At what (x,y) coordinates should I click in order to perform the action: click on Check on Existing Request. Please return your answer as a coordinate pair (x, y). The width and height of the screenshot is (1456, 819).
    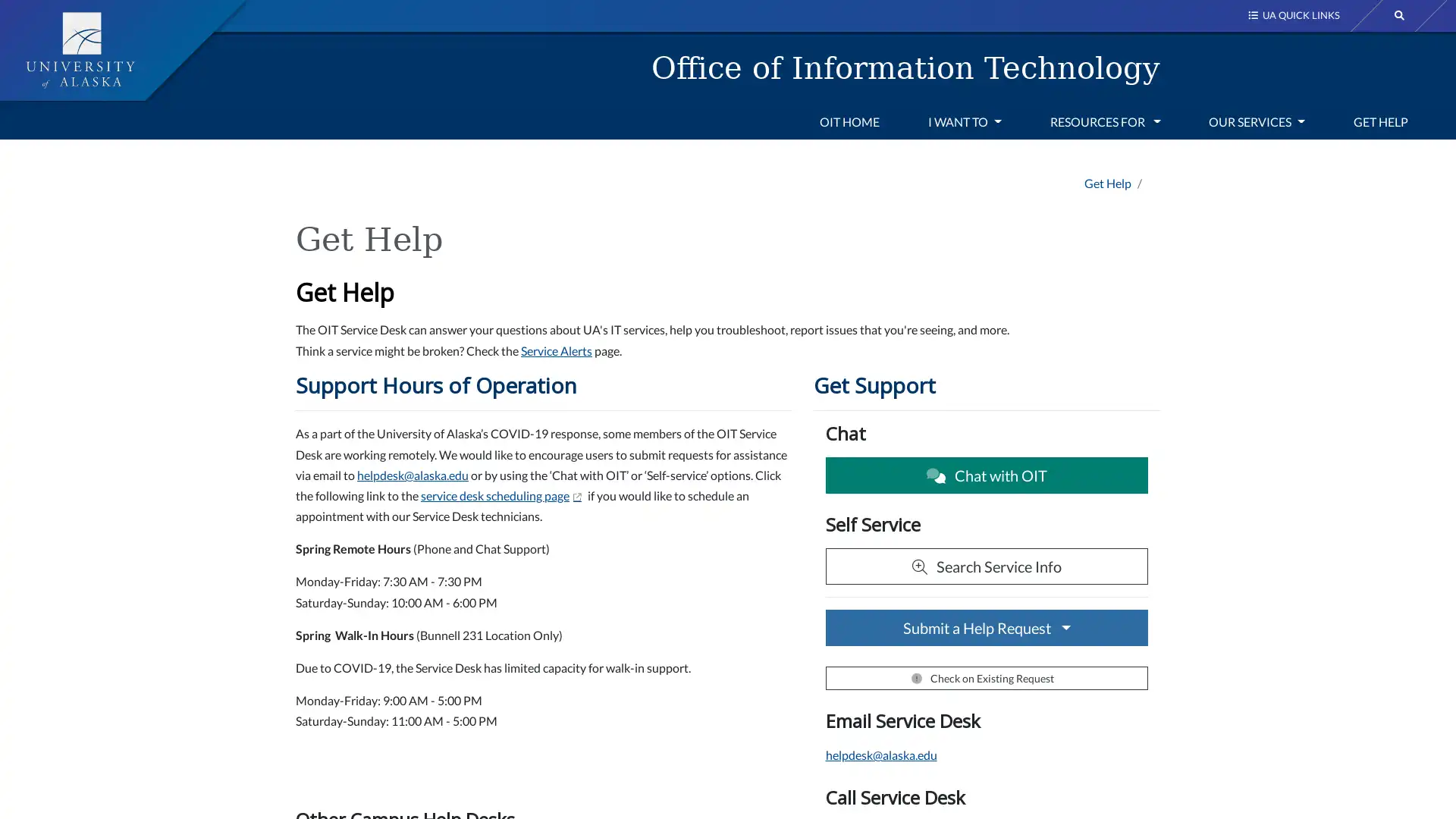
    Looking at the image, I should click on (986, 677).